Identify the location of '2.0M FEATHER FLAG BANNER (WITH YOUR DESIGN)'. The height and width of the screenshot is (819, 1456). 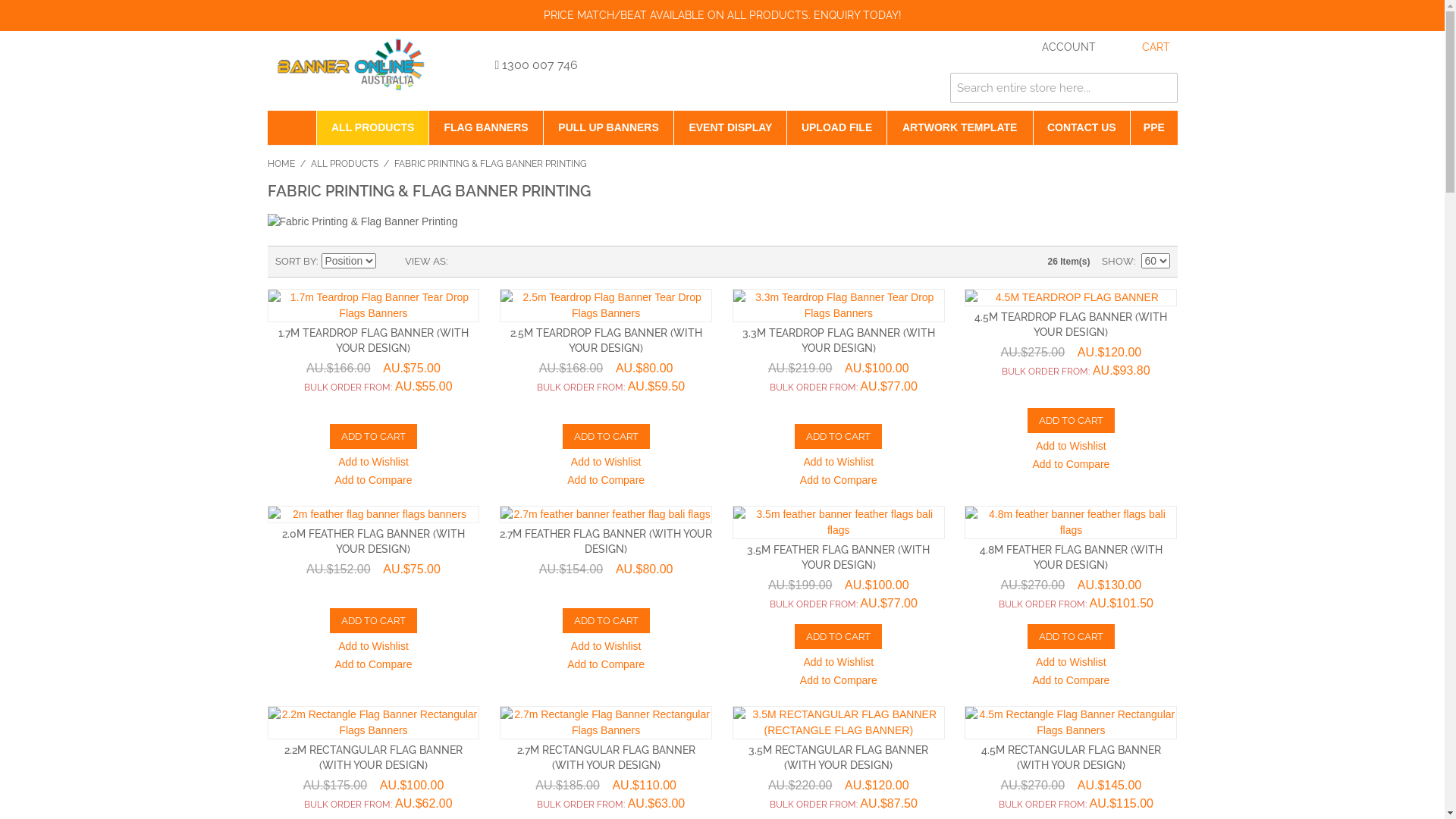
(373, 540).